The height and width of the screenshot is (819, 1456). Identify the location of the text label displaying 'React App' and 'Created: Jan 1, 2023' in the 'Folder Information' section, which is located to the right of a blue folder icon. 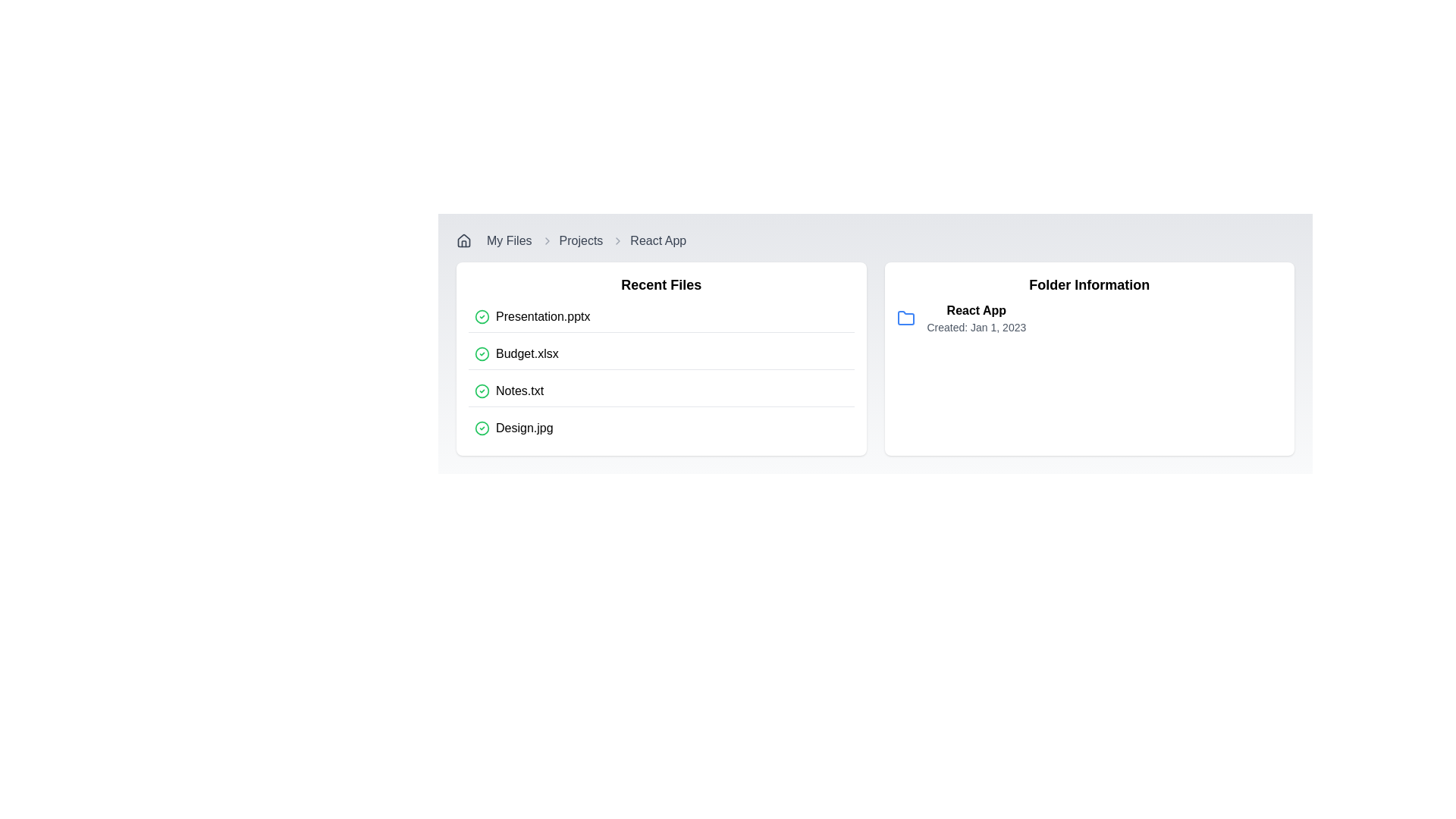
(976, 318).